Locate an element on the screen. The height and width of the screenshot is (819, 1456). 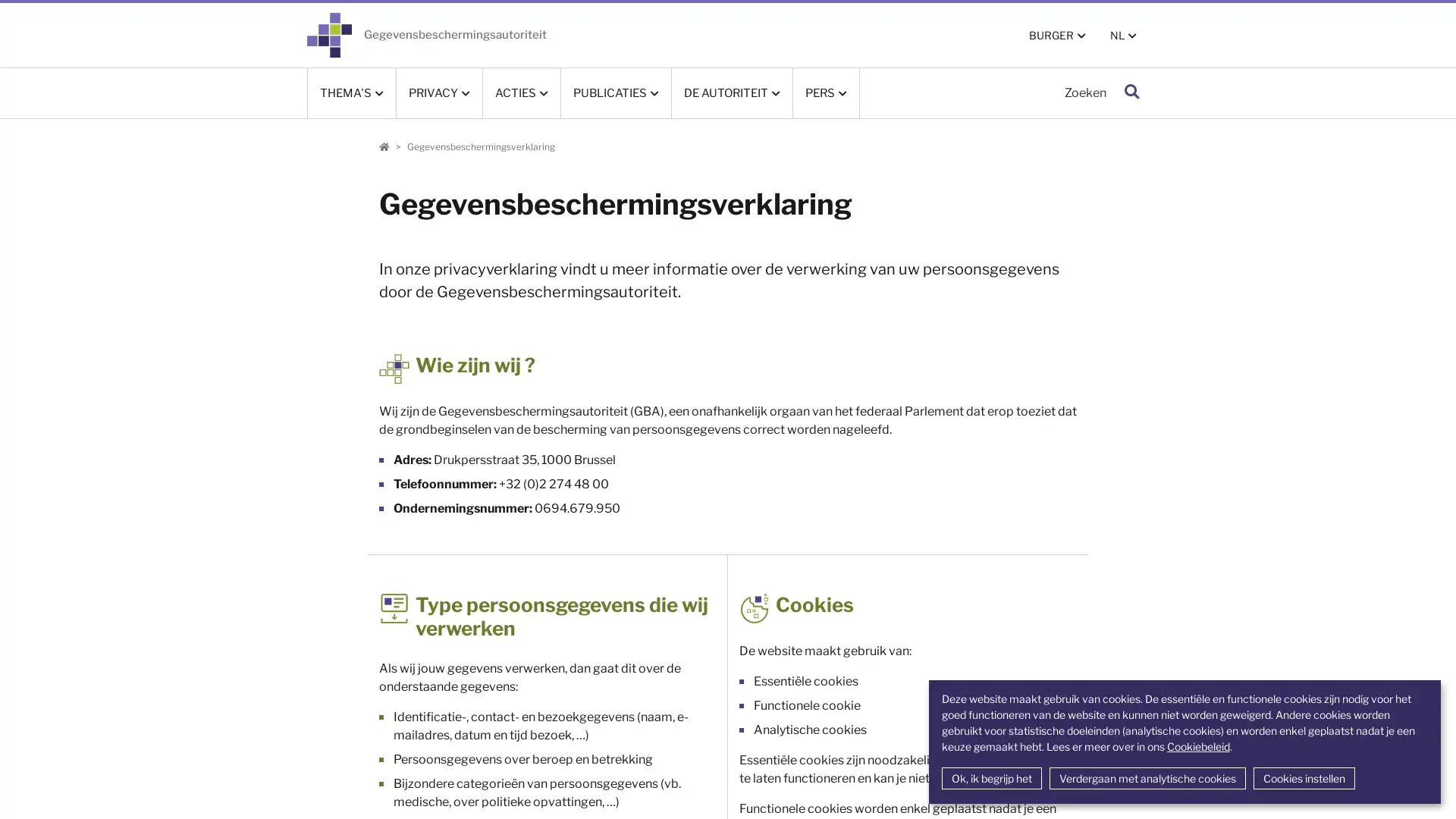
Cookies instellen is located at coordinates (1302, 778).